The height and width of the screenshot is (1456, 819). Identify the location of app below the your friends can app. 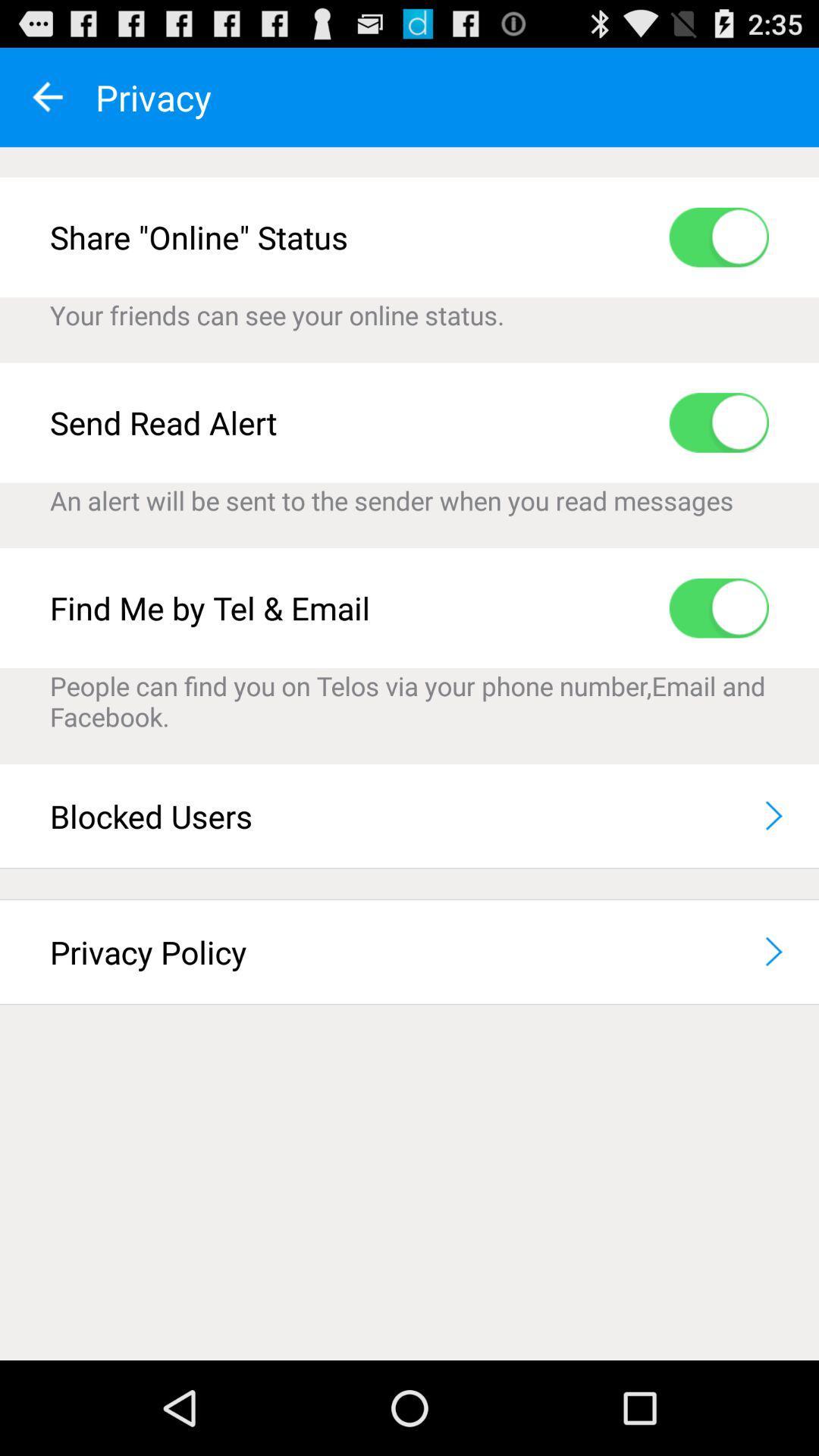
(718, 422).